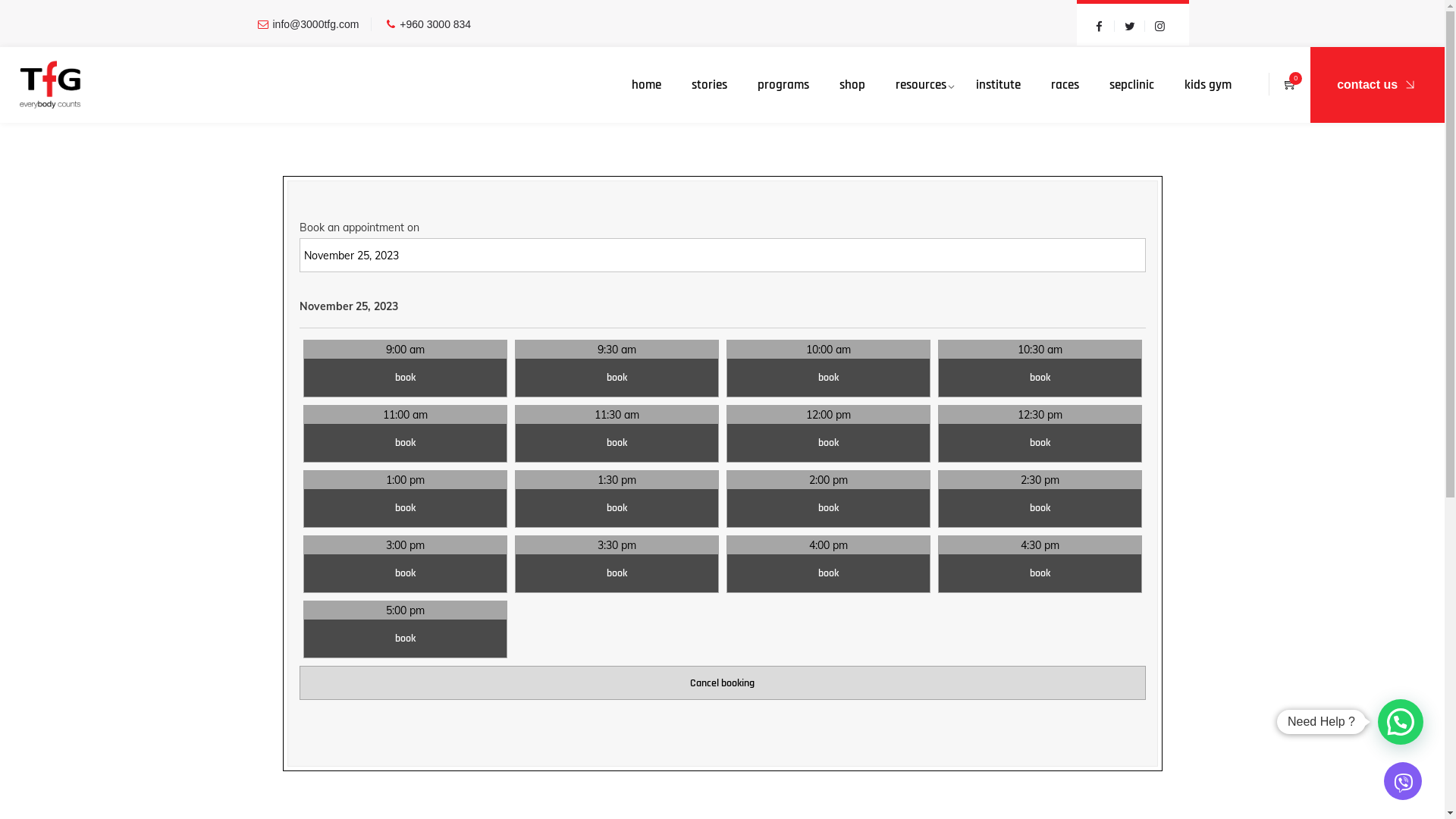 This screenshot has width=1456, height=819. What do you see at coordinates (1109, 84) in the screenshot?
I see `'sepclinic'` at bounding box center [1109, 84].